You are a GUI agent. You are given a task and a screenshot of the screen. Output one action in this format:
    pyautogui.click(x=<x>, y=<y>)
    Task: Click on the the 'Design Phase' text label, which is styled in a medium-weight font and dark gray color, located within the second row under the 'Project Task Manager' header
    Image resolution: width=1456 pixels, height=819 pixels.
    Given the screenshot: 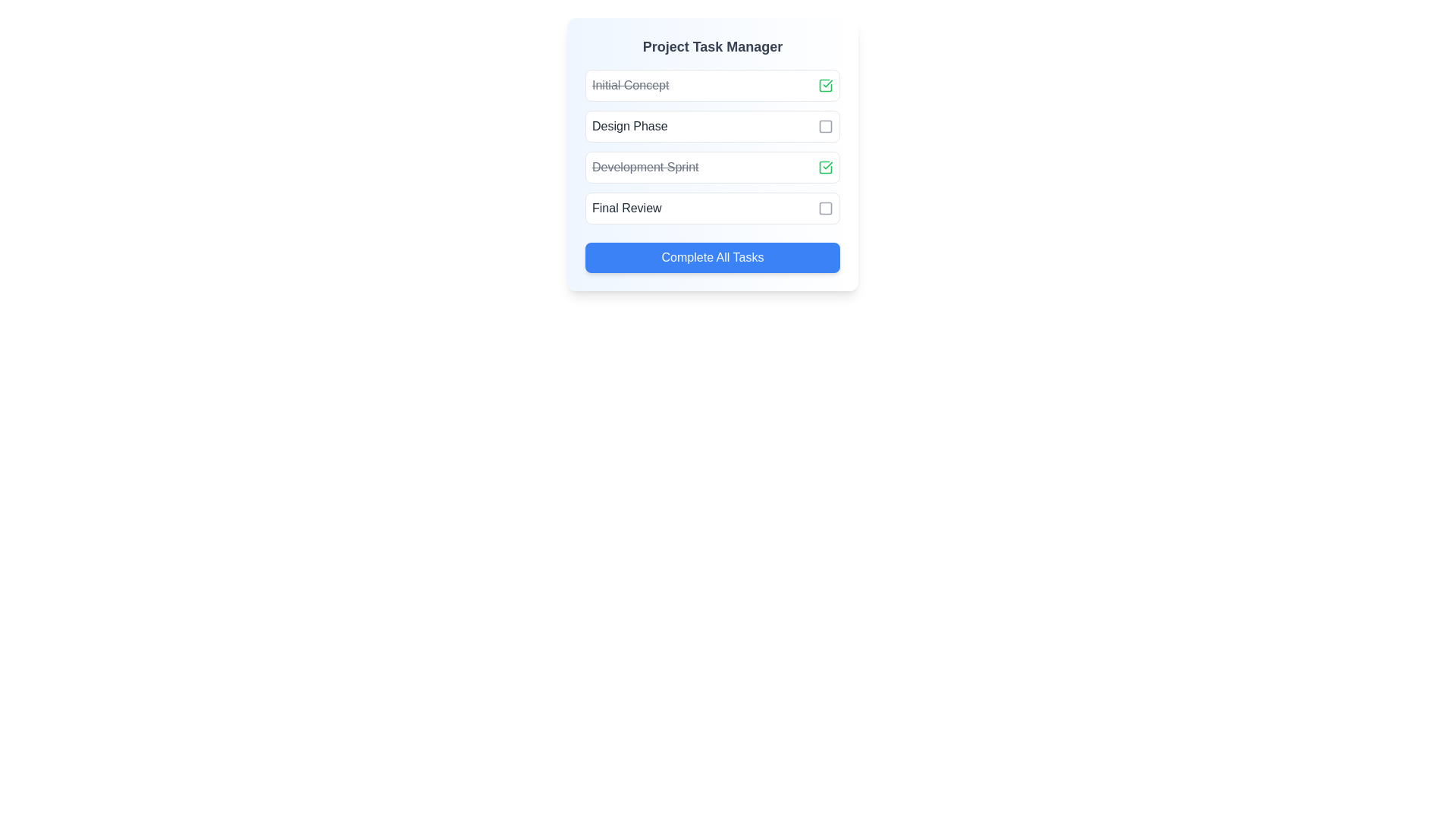 What is the action you would take?
    pyautogui.click(x=629, y=125)
    